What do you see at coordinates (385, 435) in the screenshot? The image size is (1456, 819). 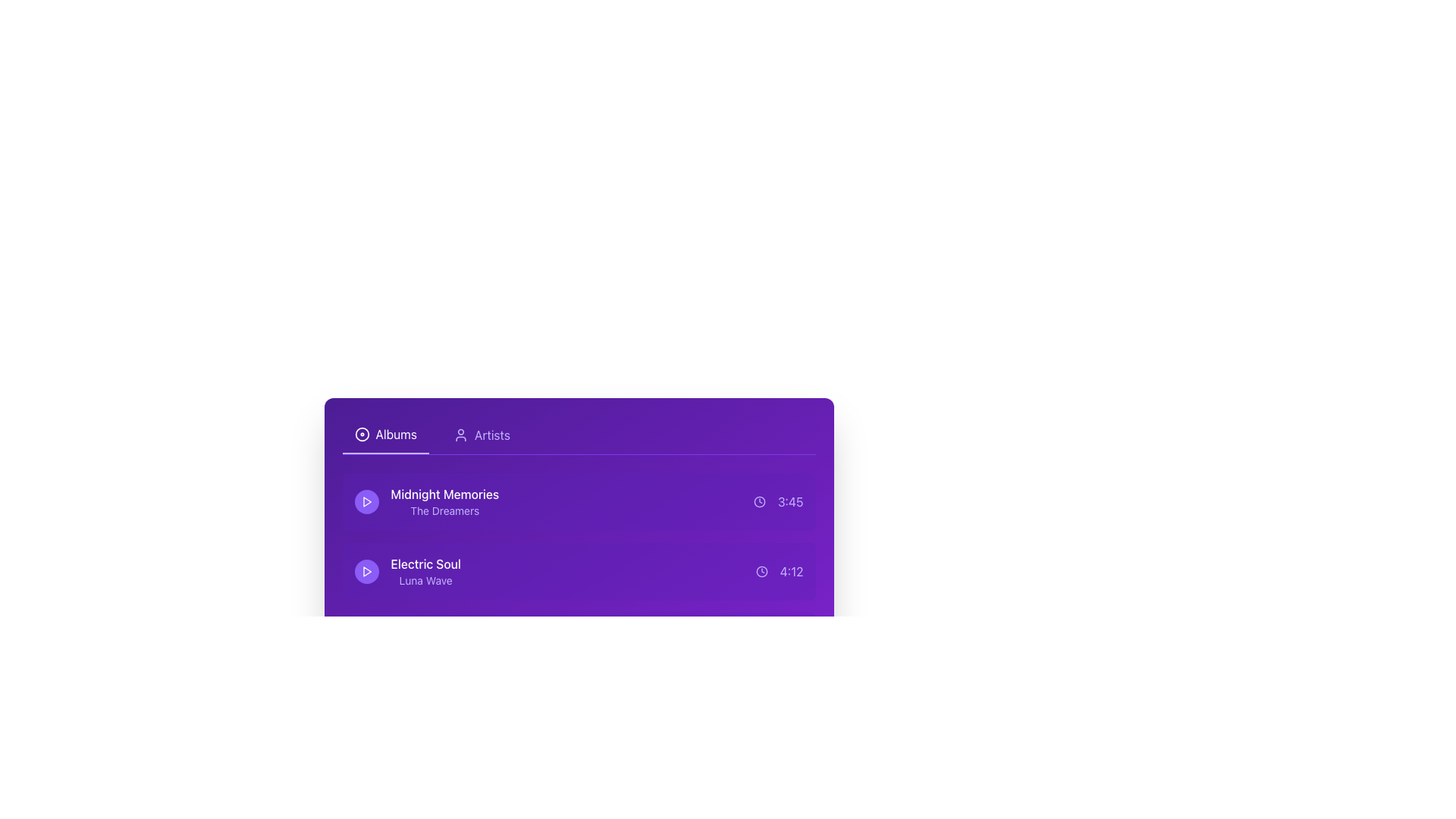 I see `the 'Albums' navigation button located in the top-left section of the interface, which is the first option in a horizontal list of navigation items` at bounding box center [385, 435].